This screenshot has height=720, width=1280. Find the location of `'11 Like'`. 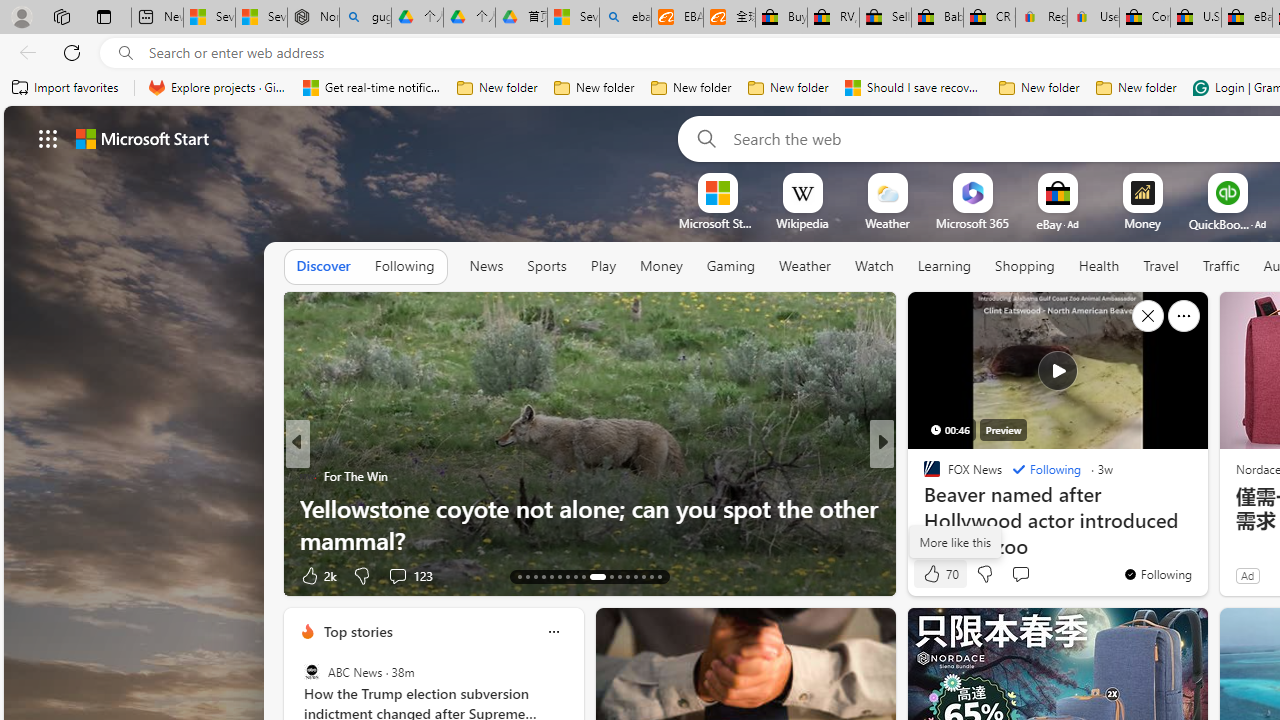

'11 Like' is located at coordinates (933, 575).